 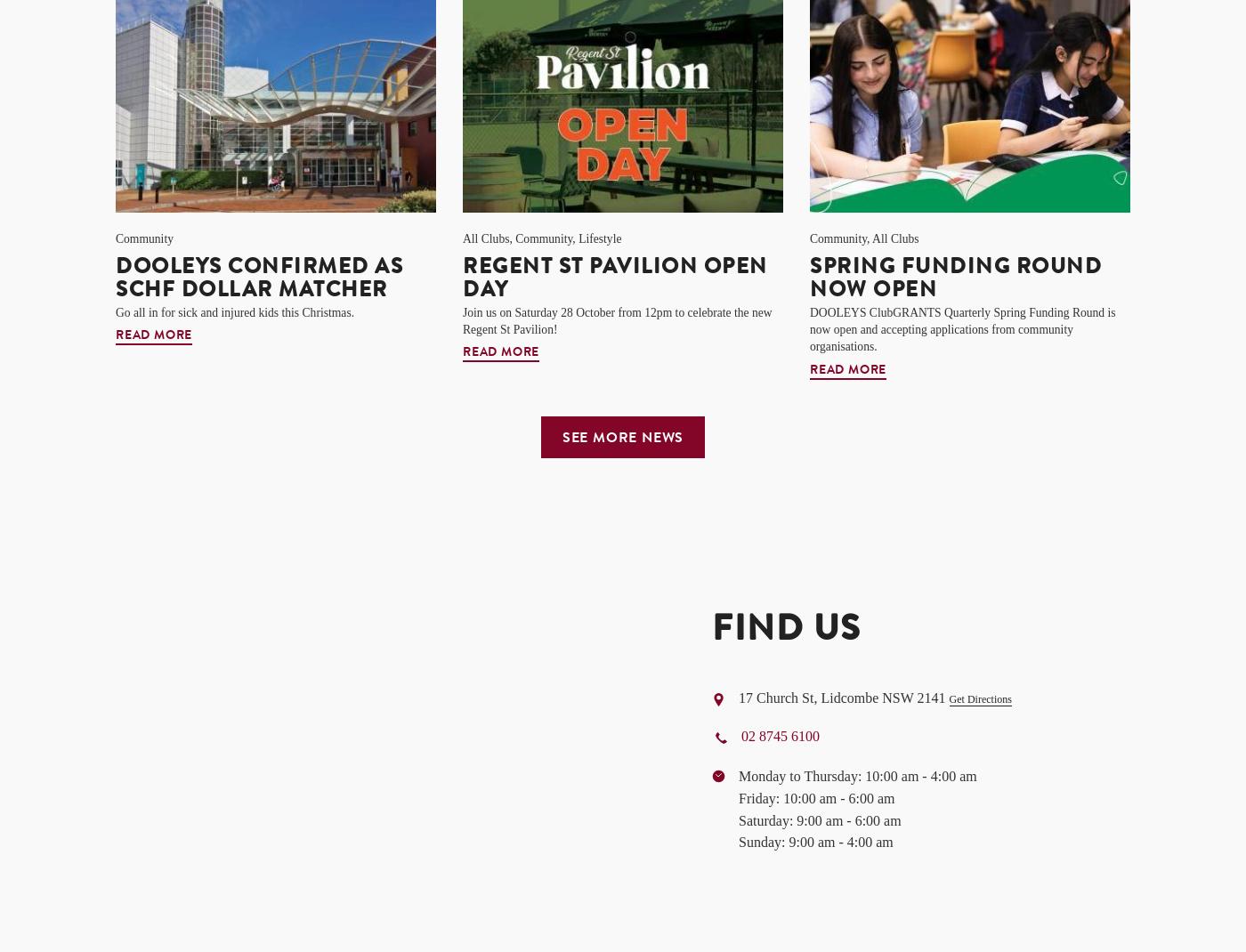 I want to click on '9:00 am - 6:00 am', so click(x=796, y=819).